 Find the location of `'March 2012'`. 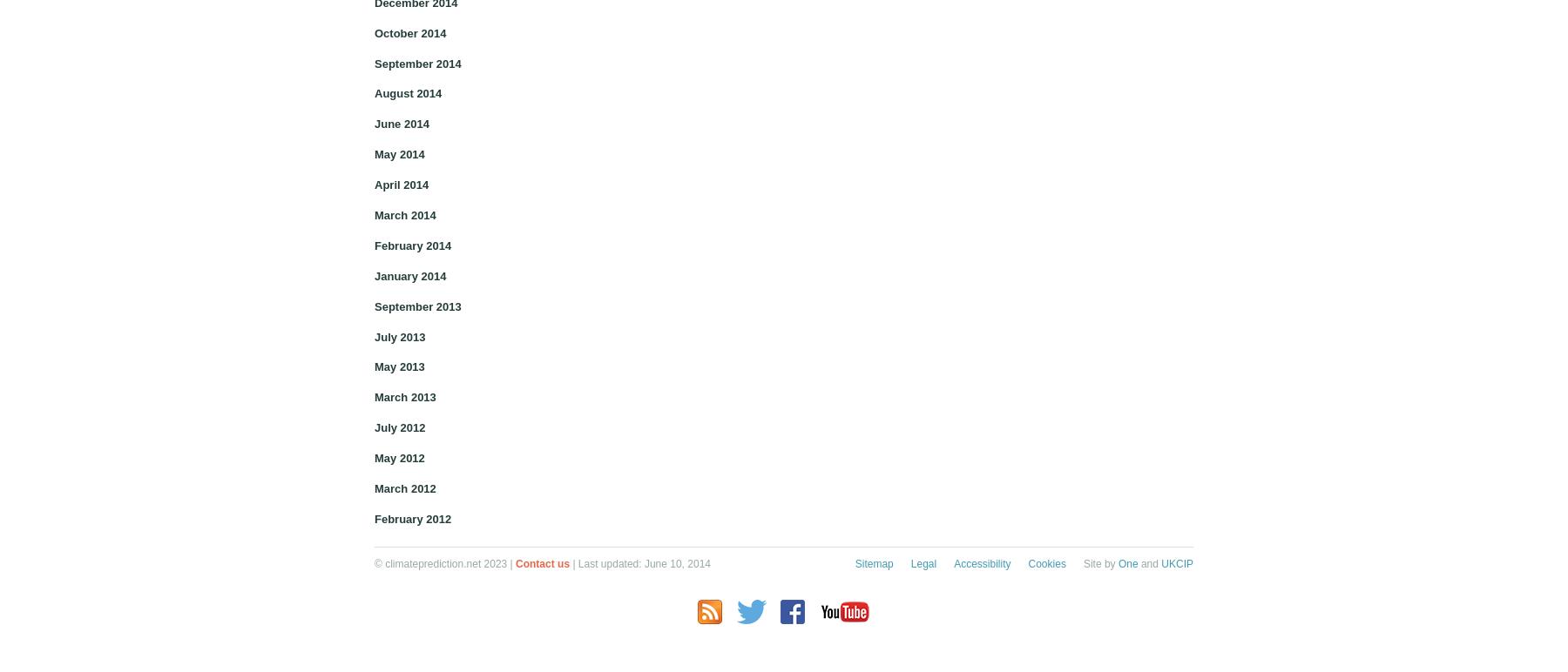

'March 2012' is located at coordinates (375, 487).